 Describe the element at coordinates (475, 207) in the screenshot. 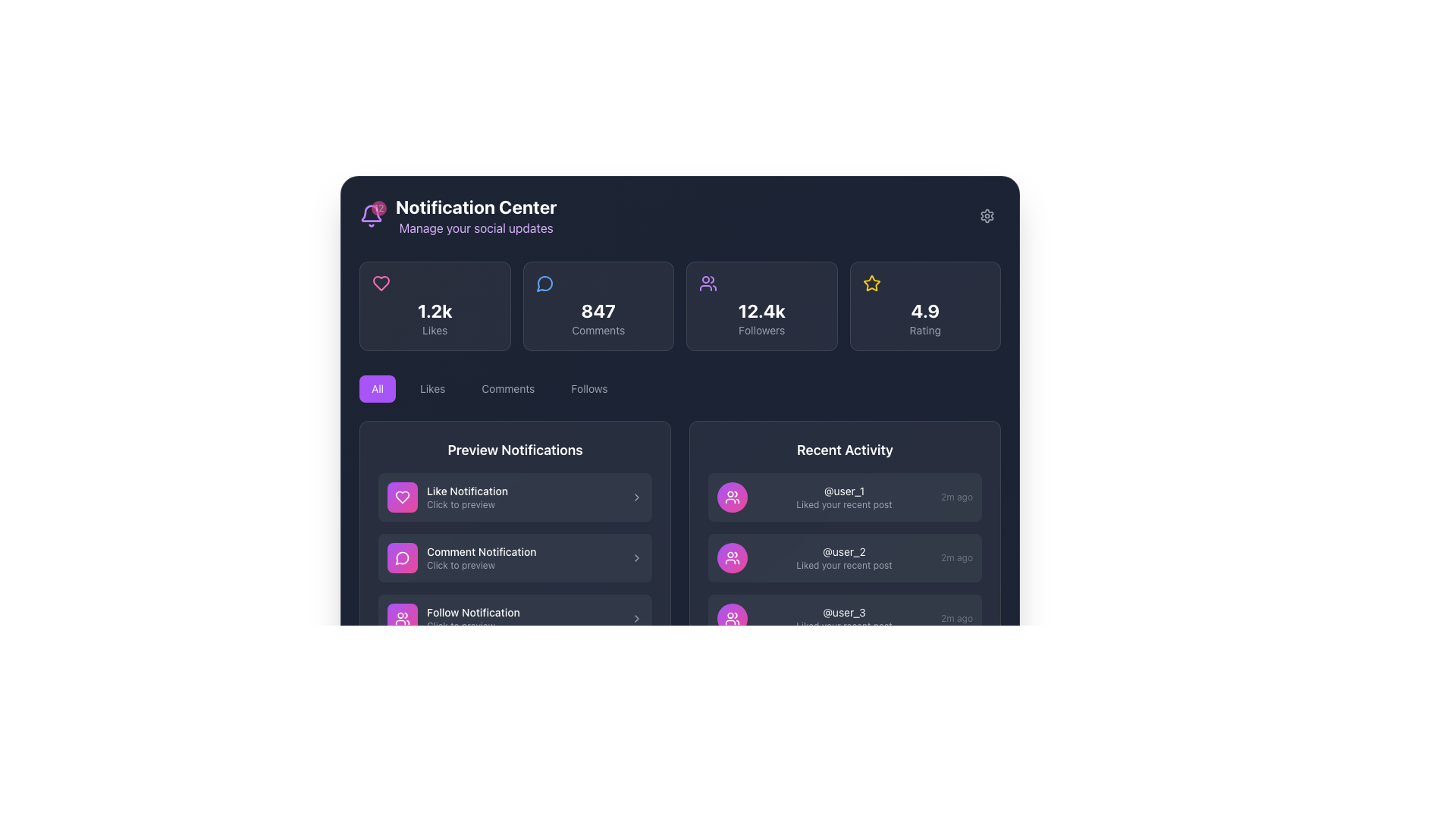

I see `the 'Notification Center' text label element, which is prominently styled in bold, large white font and located in the top-left section of the interface` at that location.